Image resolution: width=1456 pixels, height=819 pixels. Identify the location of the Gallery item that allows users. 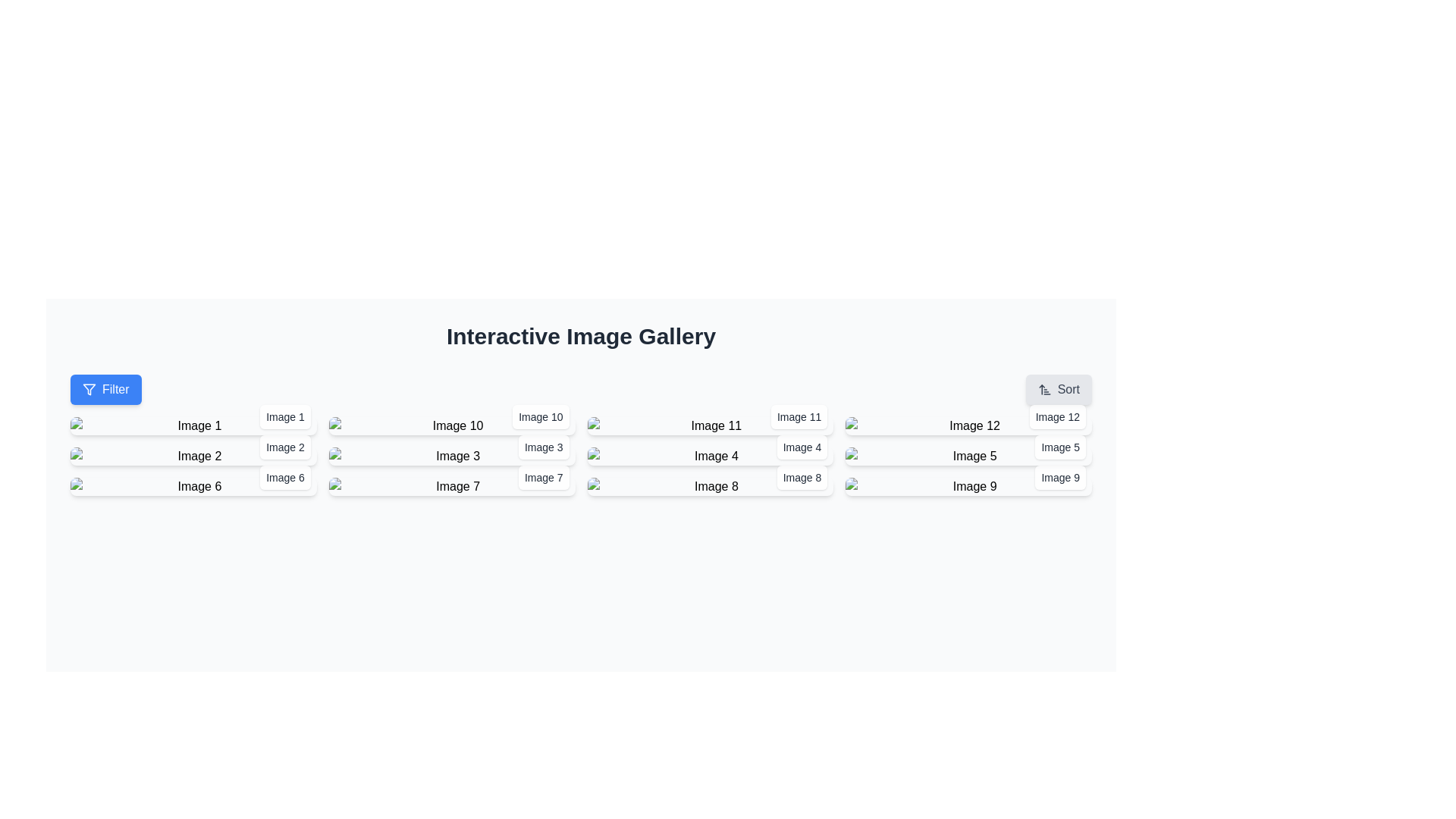
(968, 426).